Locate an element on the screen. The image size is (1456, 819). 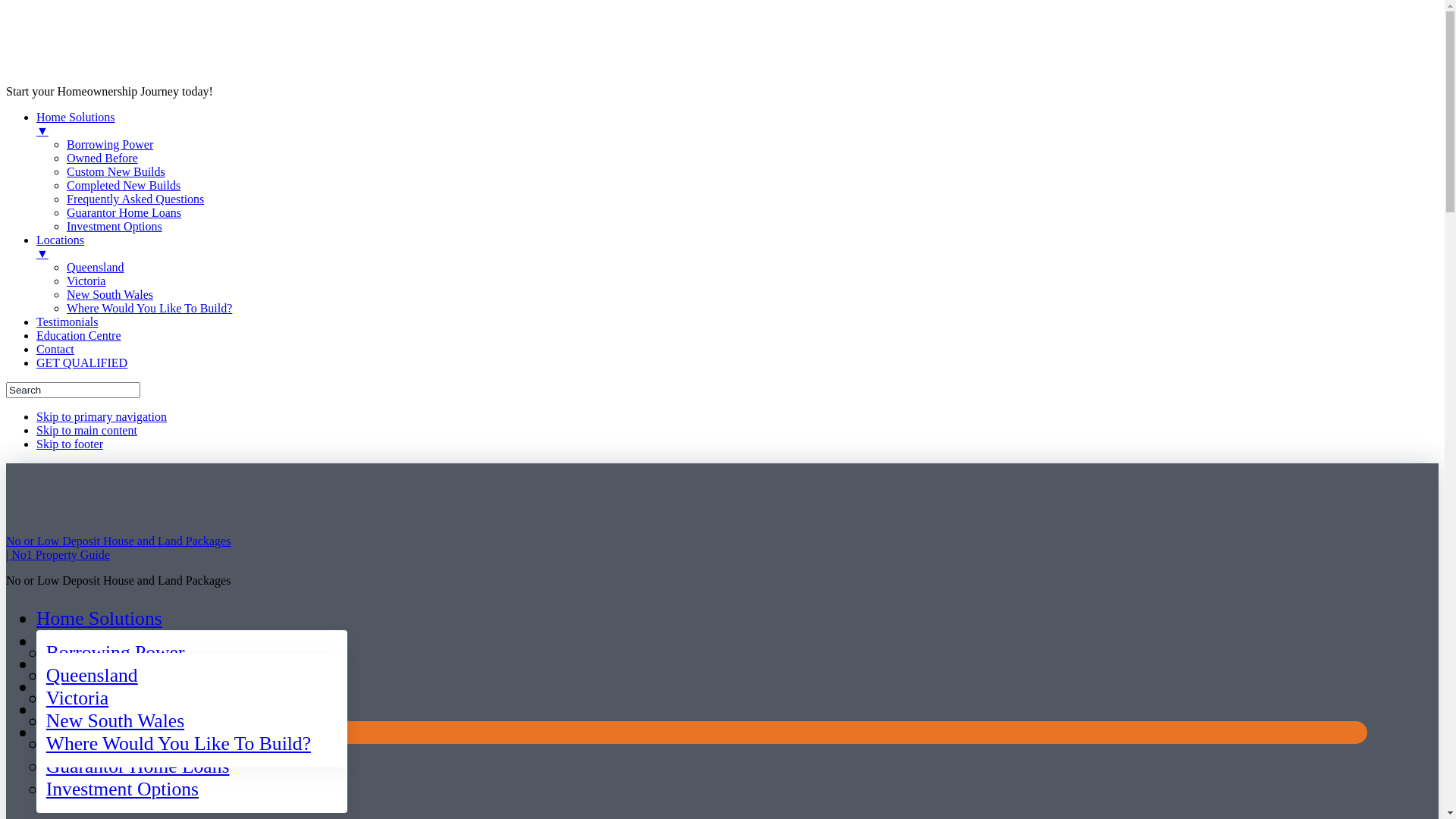
'Borrowing Power' is located at coordinates (115, 651).